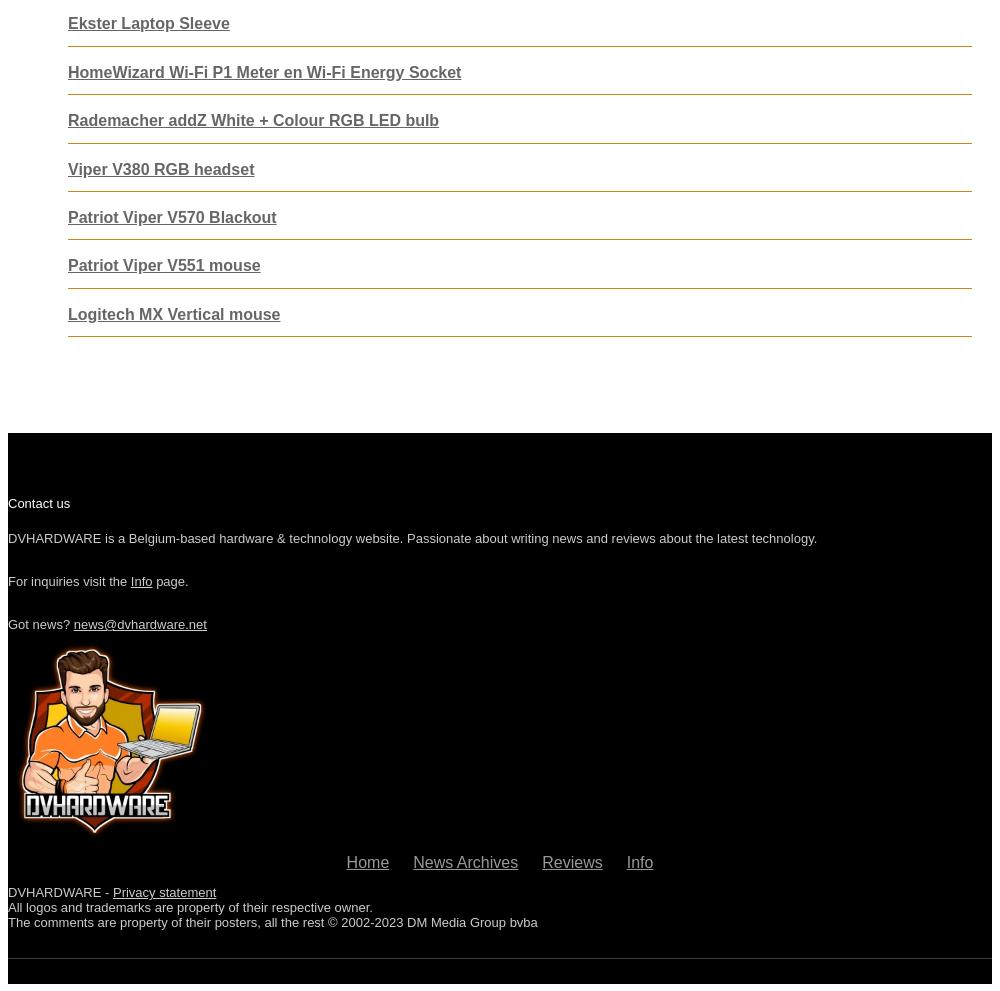  I want to click on 'DVHARDWARE is a Belgium-based hardware & technology website. Passionate about writing news and reviews about the latest technology.', so click(412, 538).